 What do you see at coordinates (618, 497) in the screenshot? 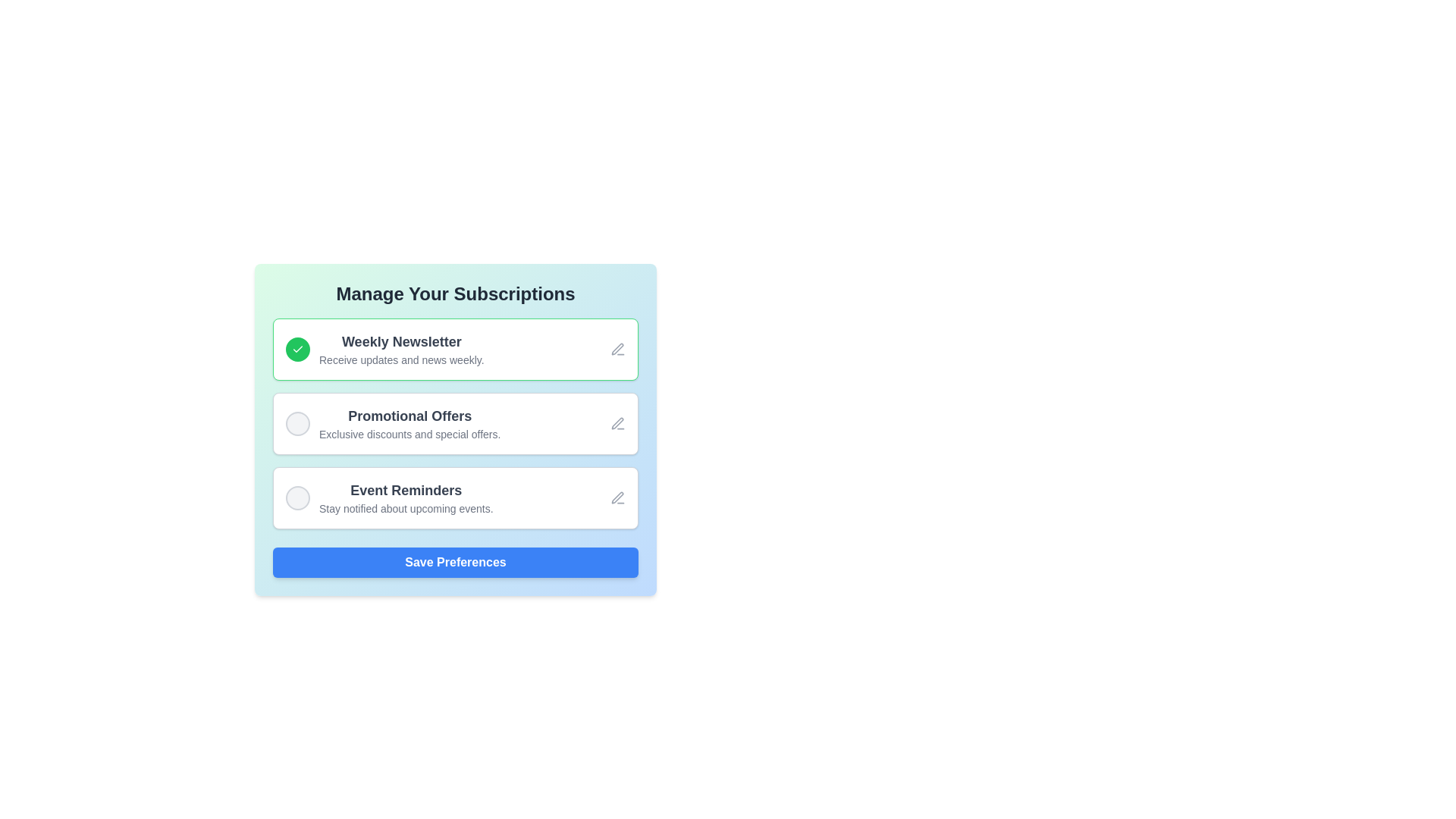
I see `the pen icon in the 'Event Reminders' section` at bounding box center [618, 497].